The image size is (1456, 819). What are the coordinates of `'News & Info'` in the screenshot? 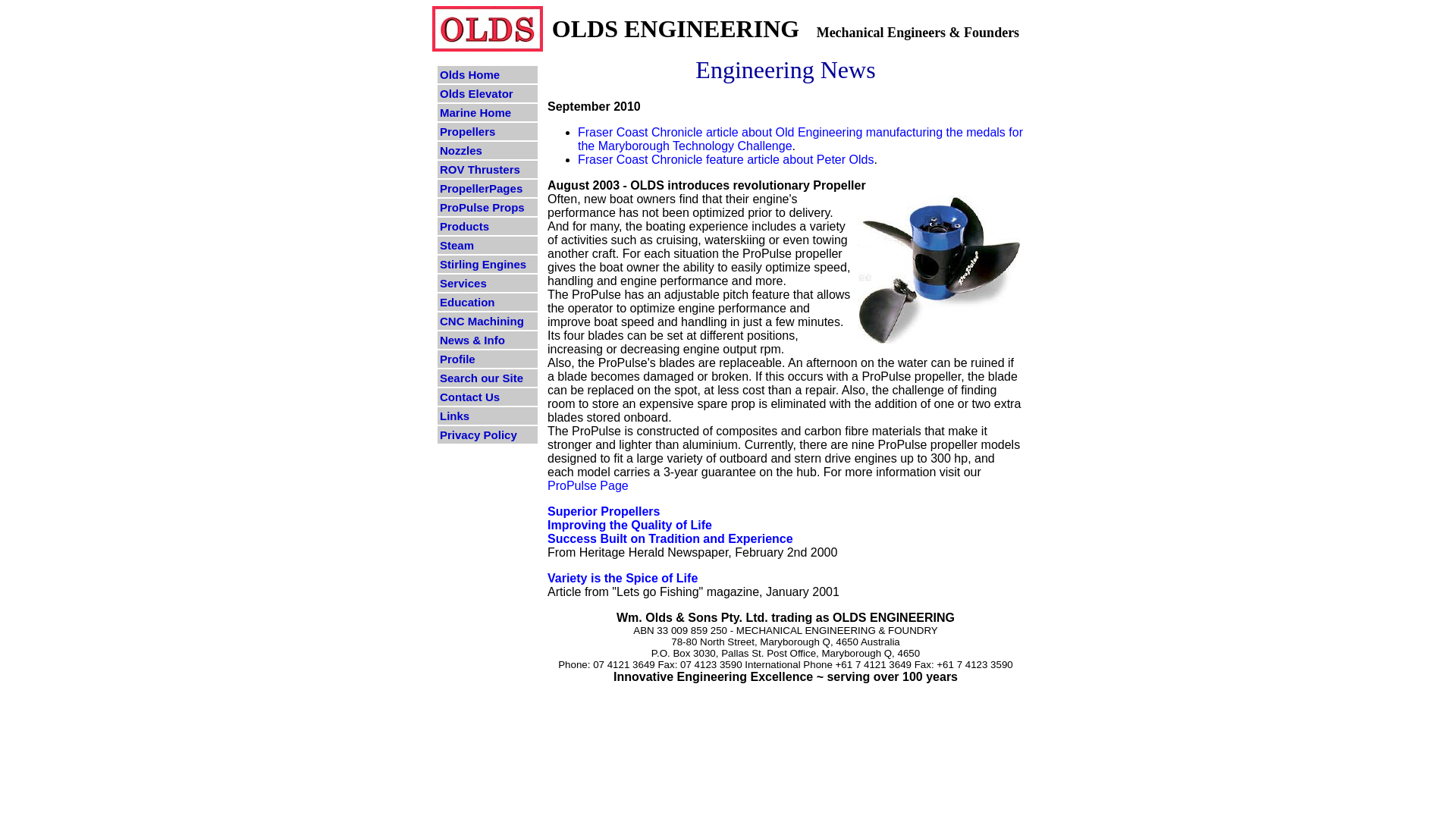 It's located at (488, 339).